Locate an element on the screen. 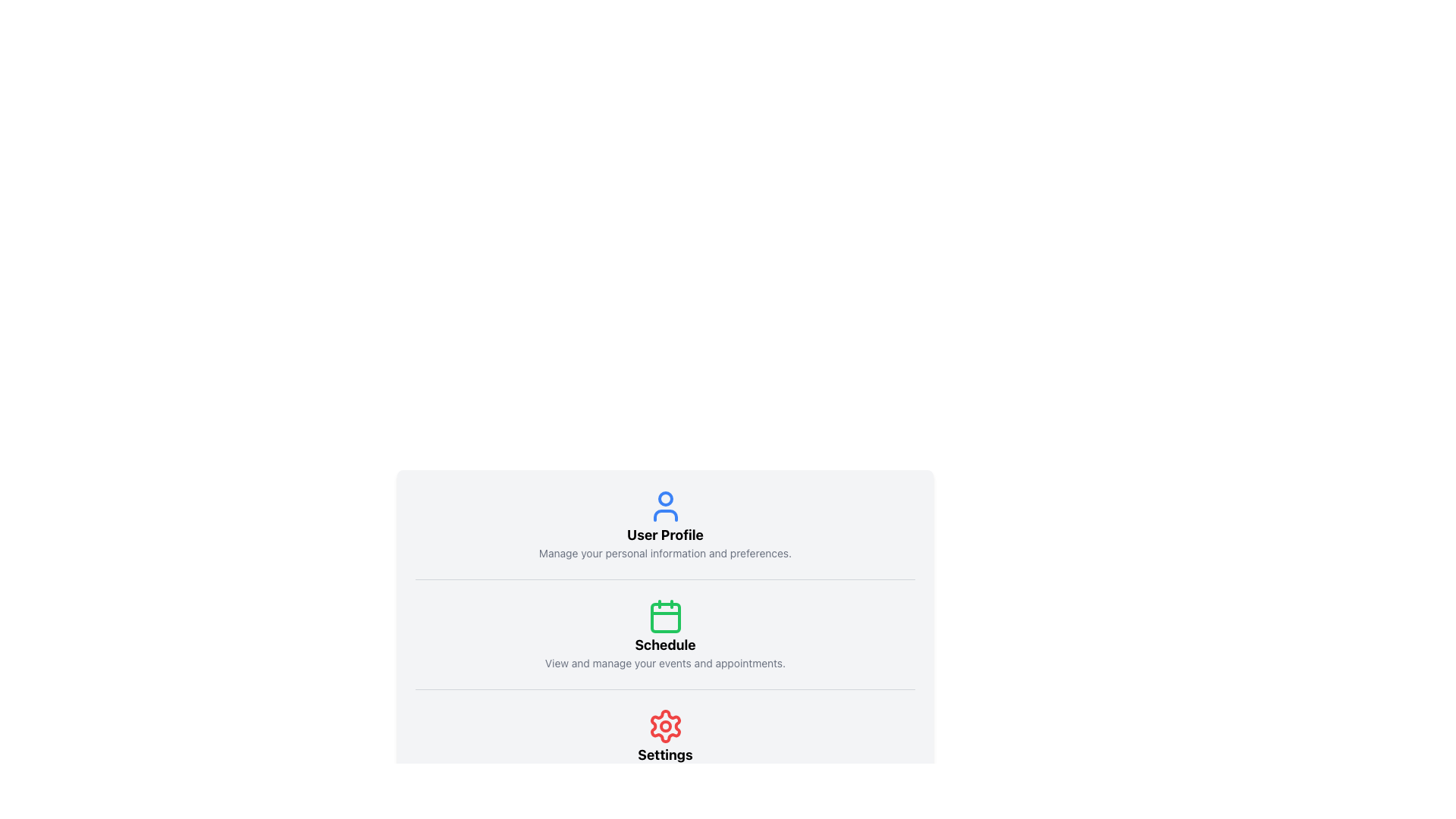 The image size is (1456, 819). the user profile icon, which represents the head in the user profile icon, located at the top of the section above the text label 'User Profile' is located at coordinates (665, 499).